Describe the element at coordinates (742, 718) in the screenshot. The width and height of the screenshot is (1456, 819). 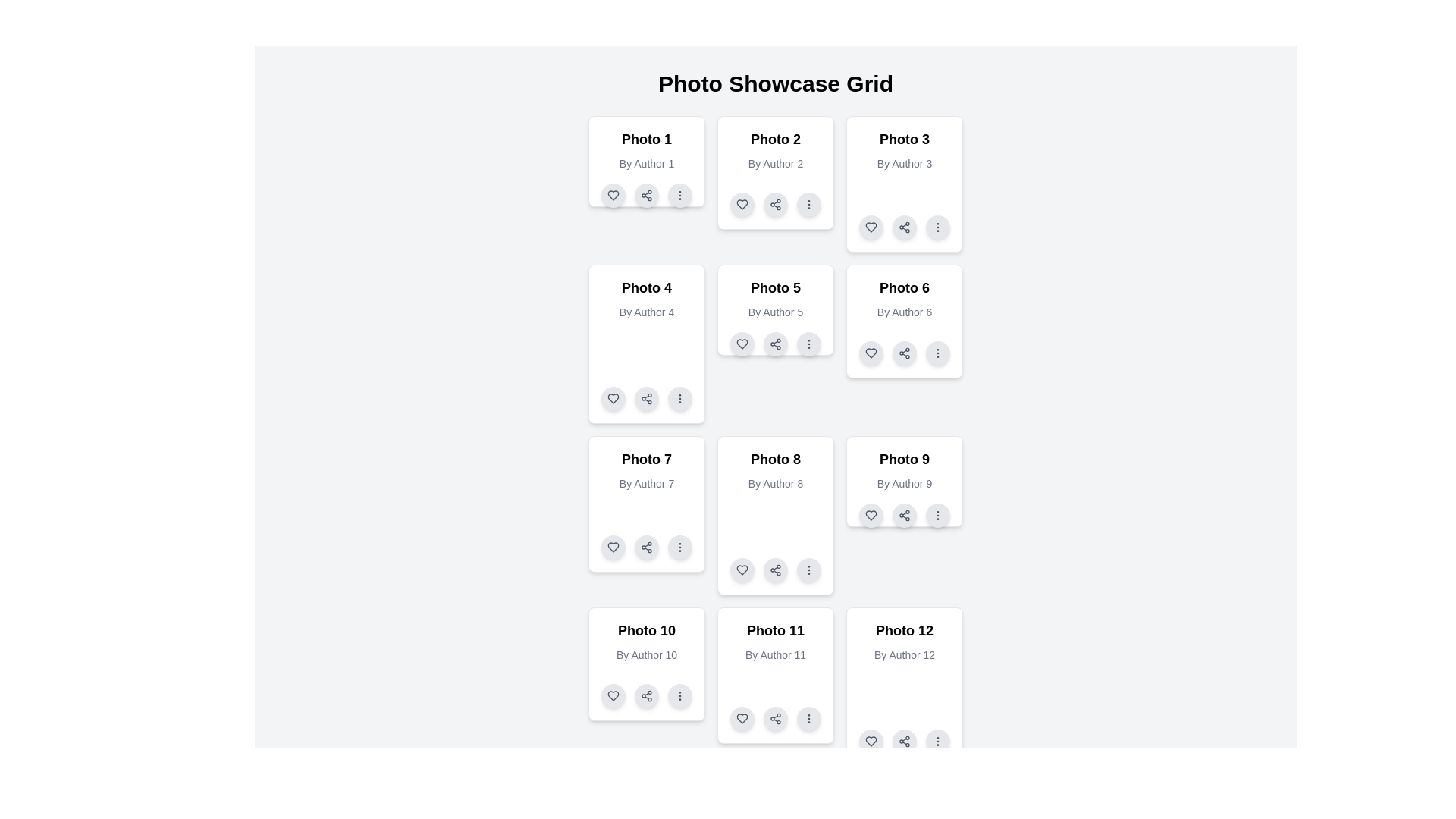
I see `the circular button with a heart-shaped icon located below the card labeled 'Photo 11 By Author 11'` at that location.